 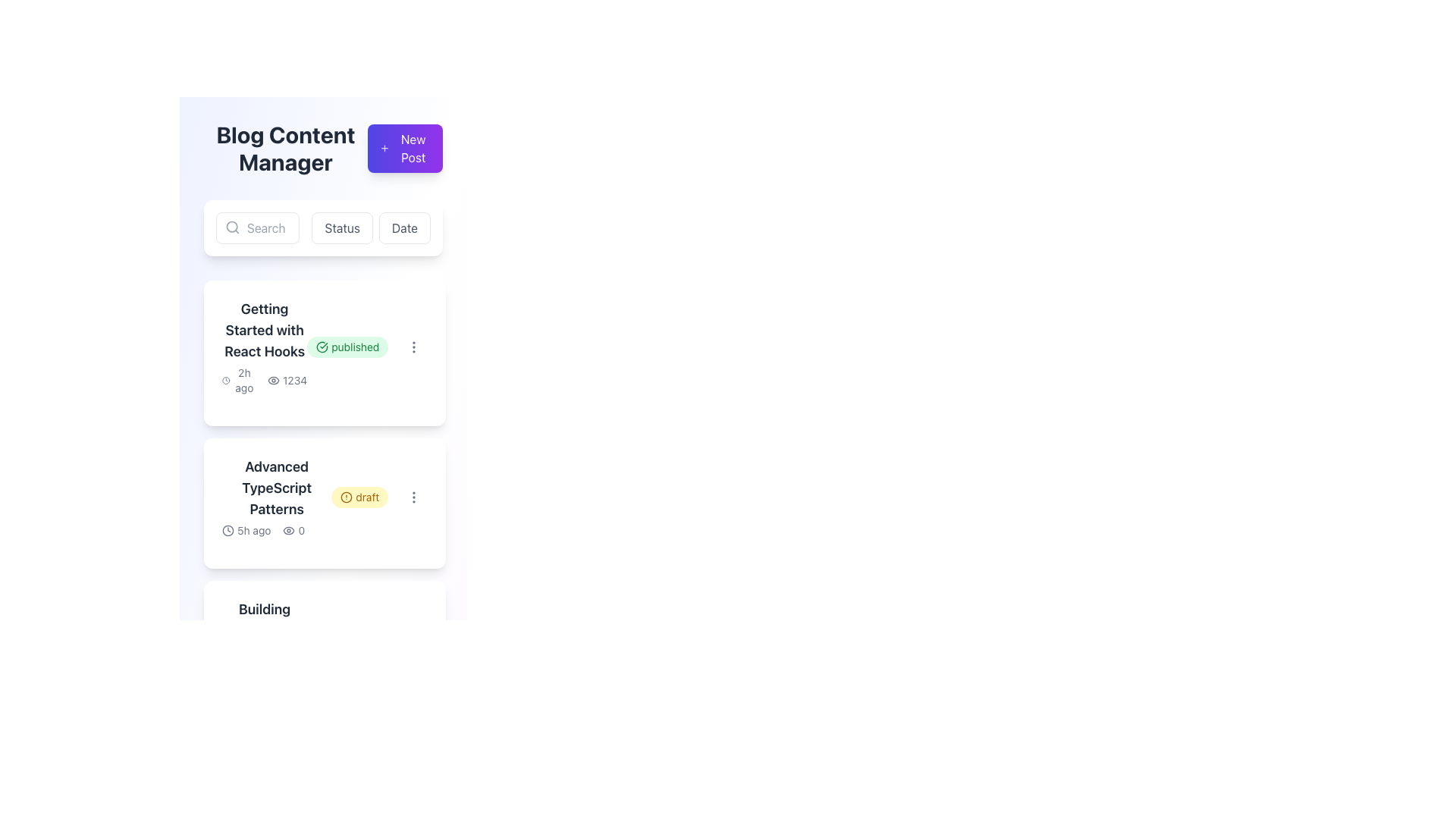 What do you see at coordinates (322, 347) in the screenshot?
I see `the 'published' icon located to the left of the 'published' label in the top-right section of the card for the post titled 'Getting Started with React Hooks'` at bounding box center [322, 347].